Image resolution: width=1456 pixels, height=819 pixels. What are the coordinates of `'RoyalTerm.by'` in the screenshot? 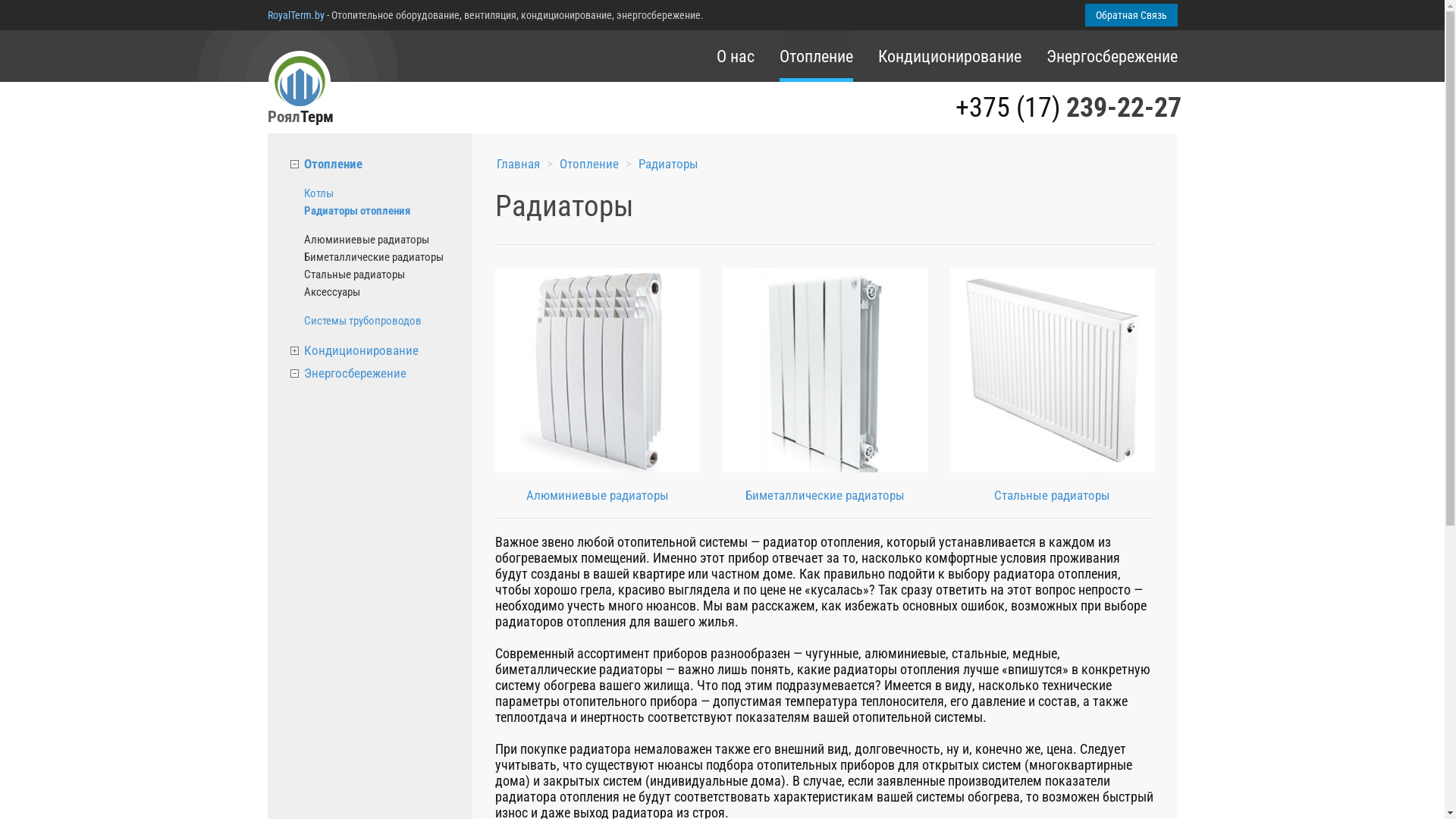 It's located at (295, 14).